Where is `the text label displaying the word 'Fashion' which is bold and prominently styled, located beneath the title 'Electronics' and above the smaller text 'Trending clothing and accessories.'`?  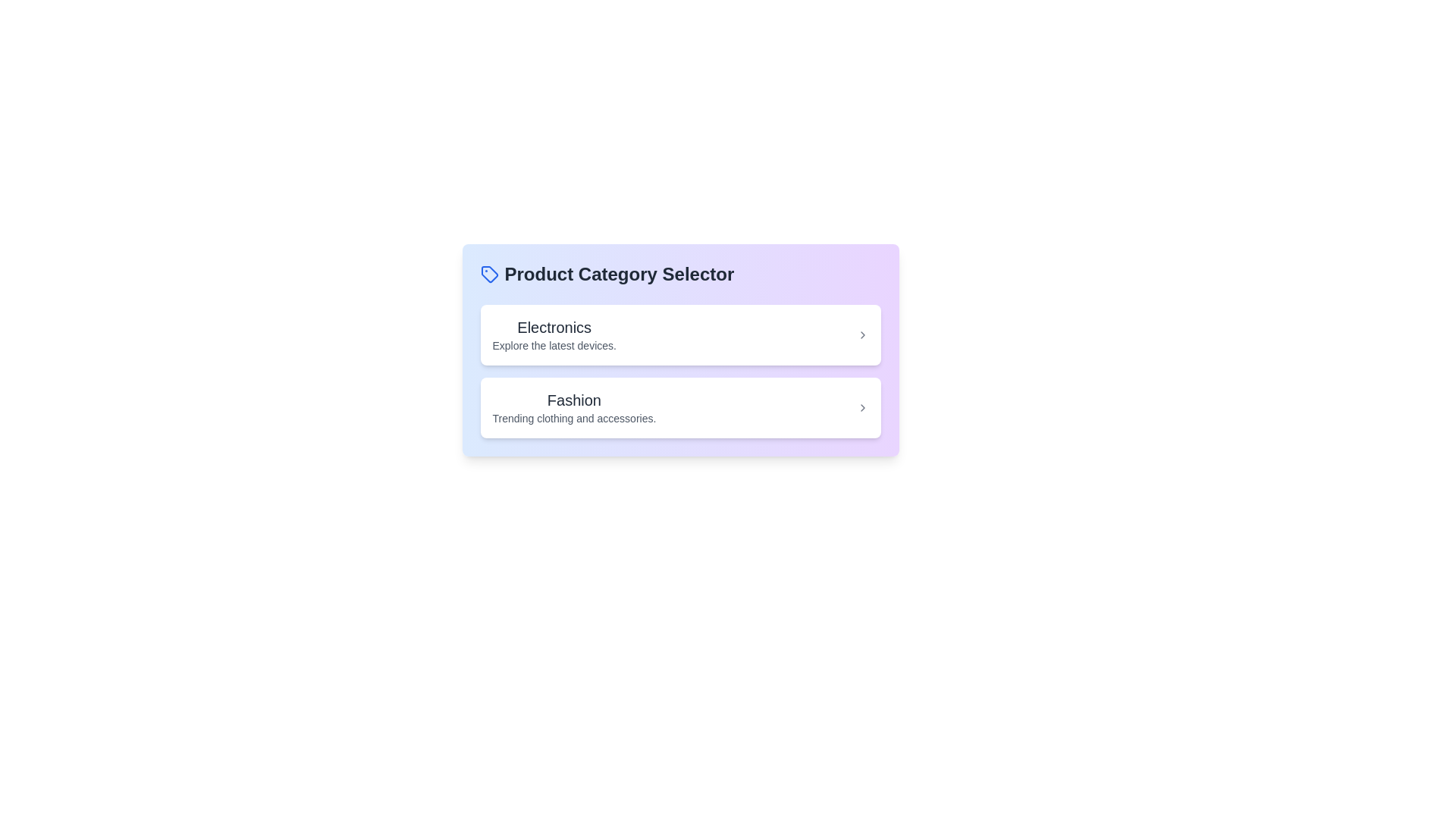 the text label displaying the word 'Fashion' which is bold and prominently styled, located beneath the title 'Electronics' and above the smaller text 'Trending clothing and accessories.' is located at coordinates (573, 400).